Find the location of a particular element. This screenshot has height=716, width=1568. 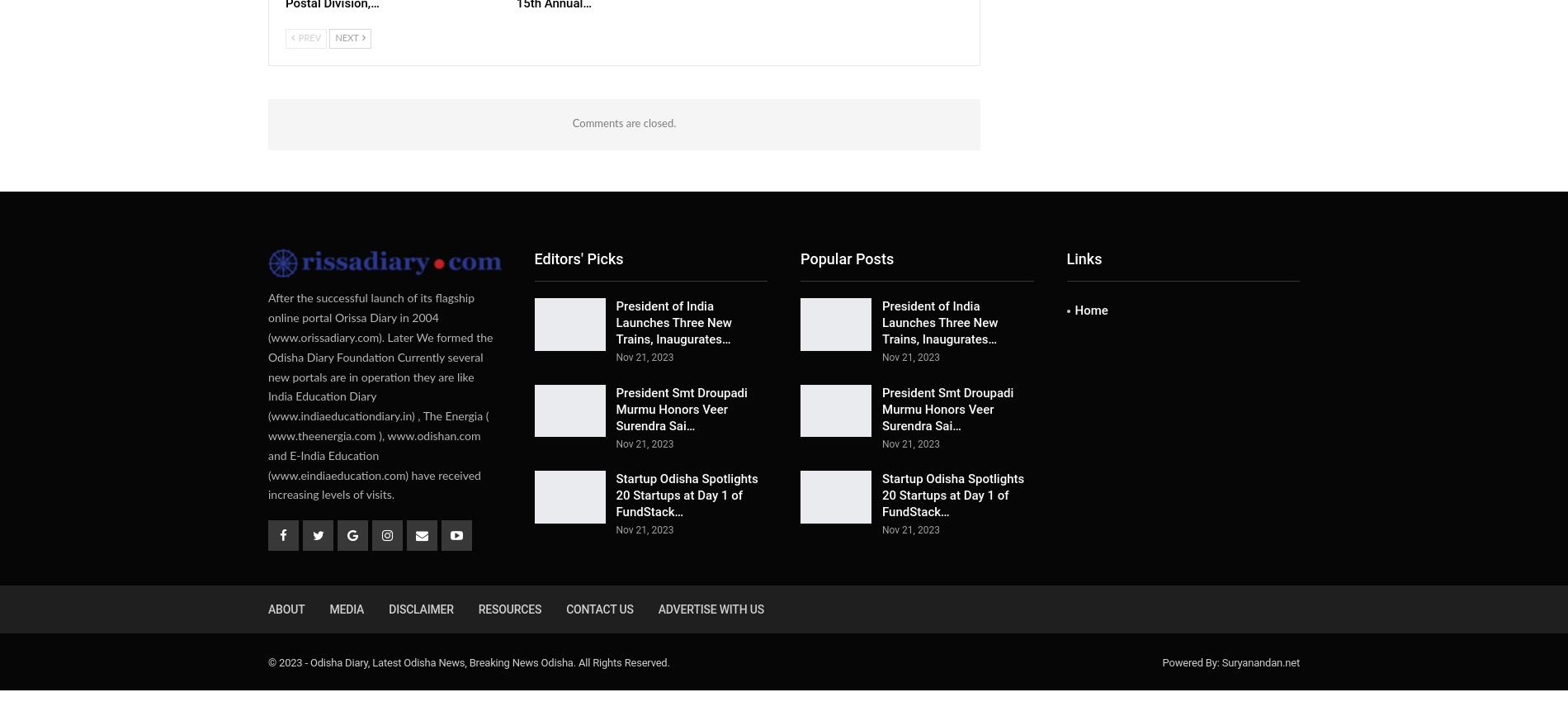

'Suryanandan.net' is located at coordinates (1260, 661).